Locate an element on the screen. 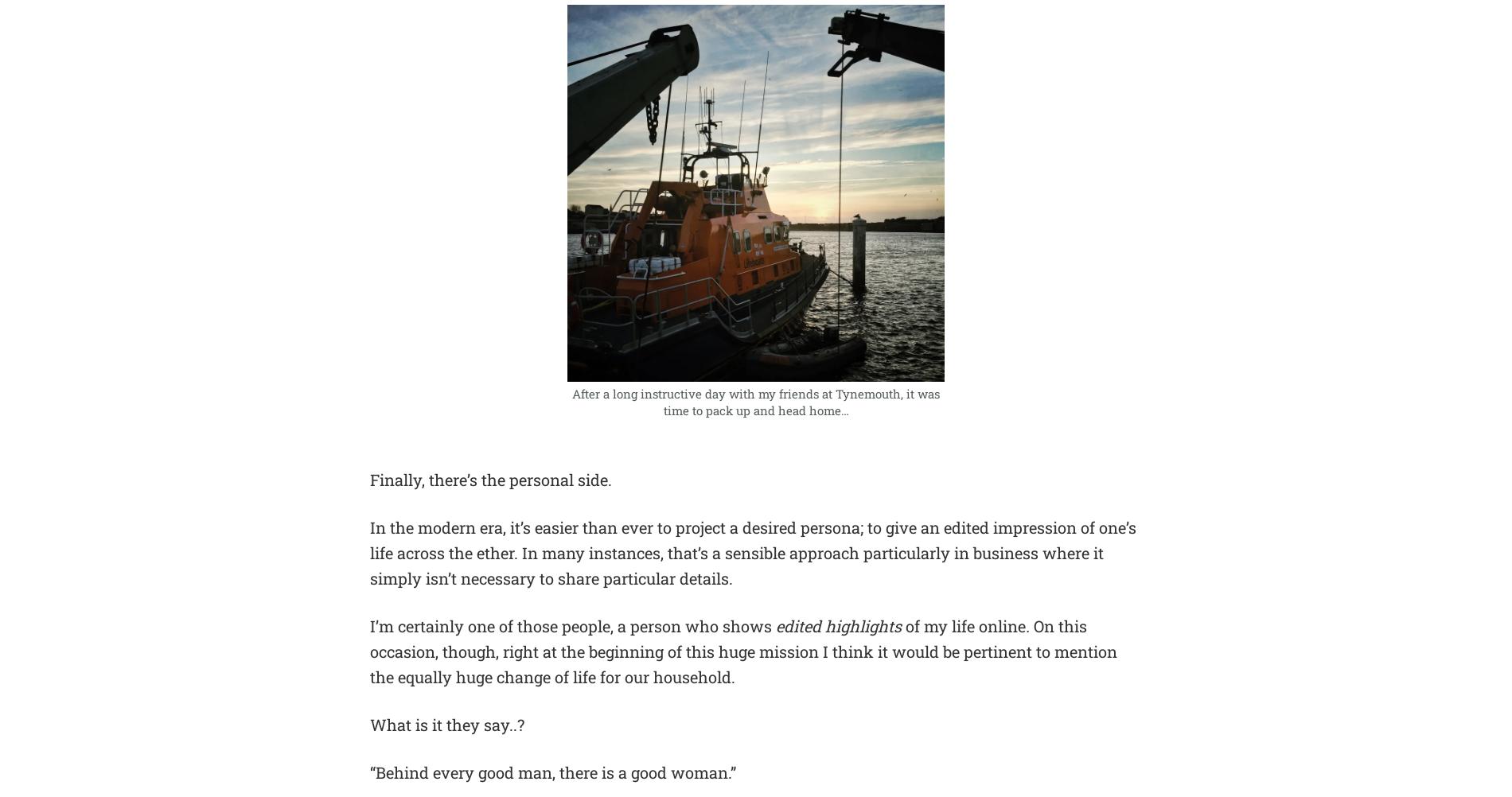 The height and width of the screenshot is (797, 1512). 'On this occasion, though, right at the beginning of this huge mission I think it would be pertinent to mention the equally huge change of life for our household.' is located at coordinates (742, 651).